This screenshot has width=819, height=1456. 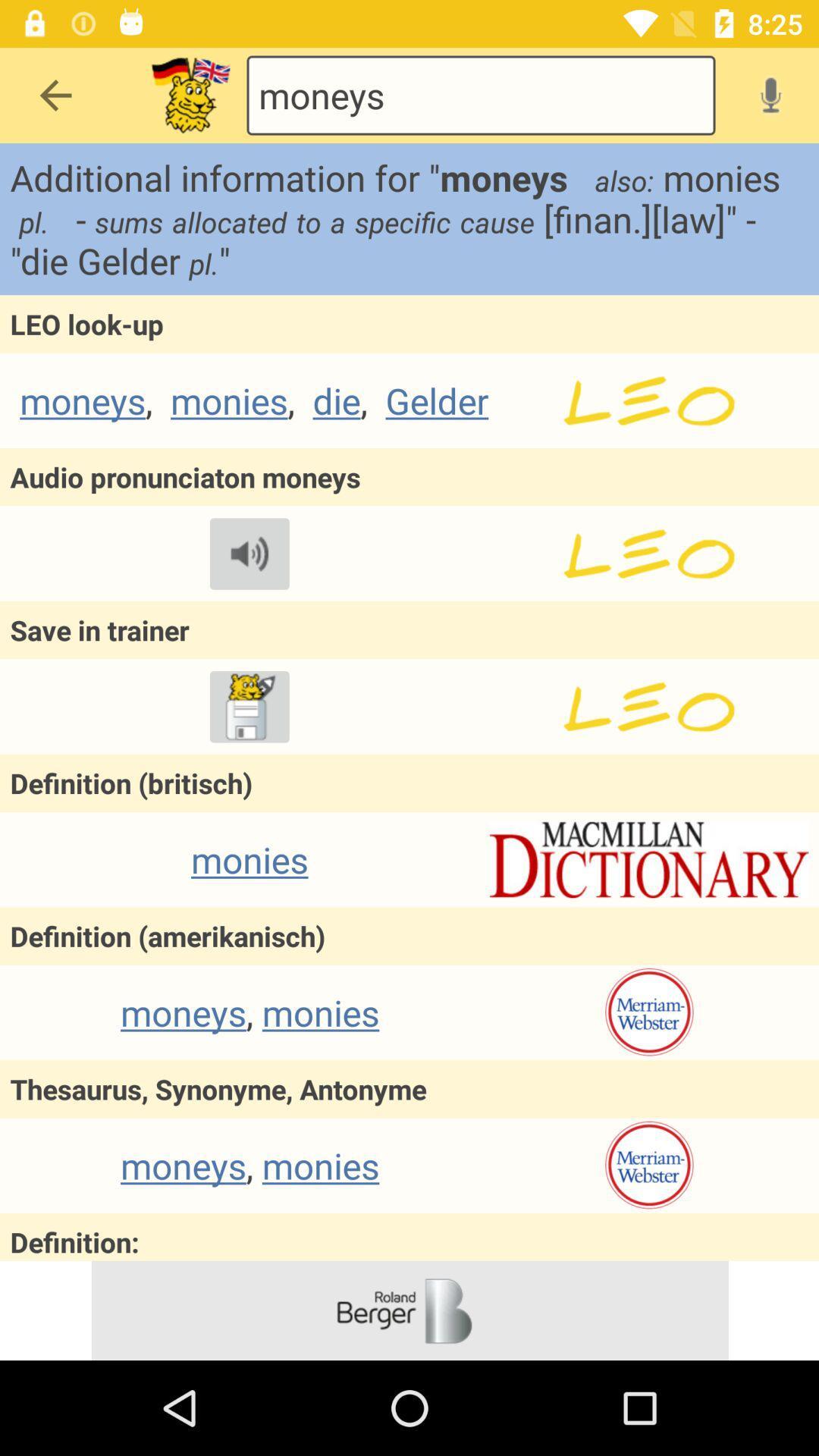 What do you see at coordinates (770, 94) in the screenshot?
I see `toggles record` at bounding box center [770, 94].